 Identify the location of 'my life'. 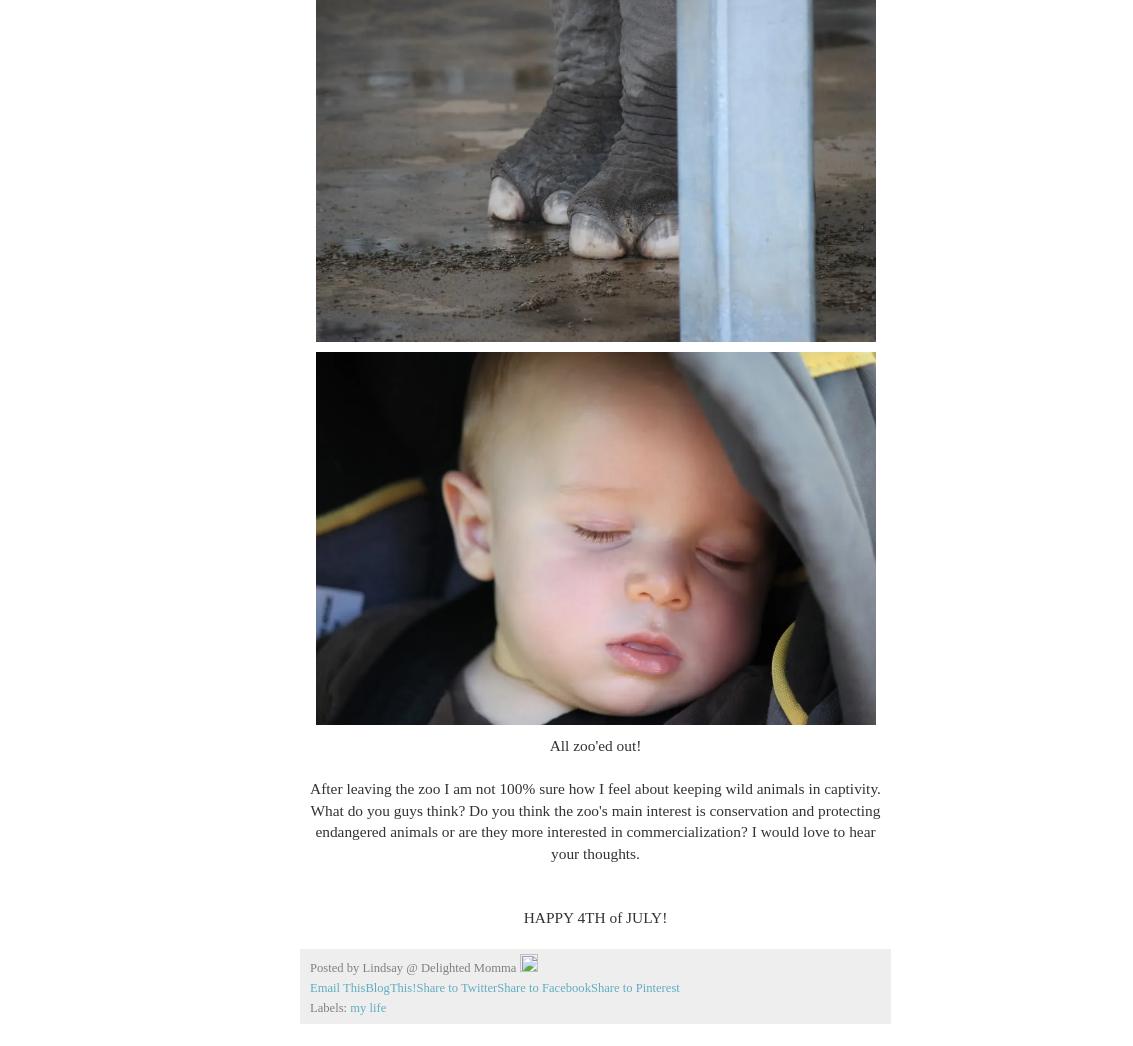
(348, 1008).